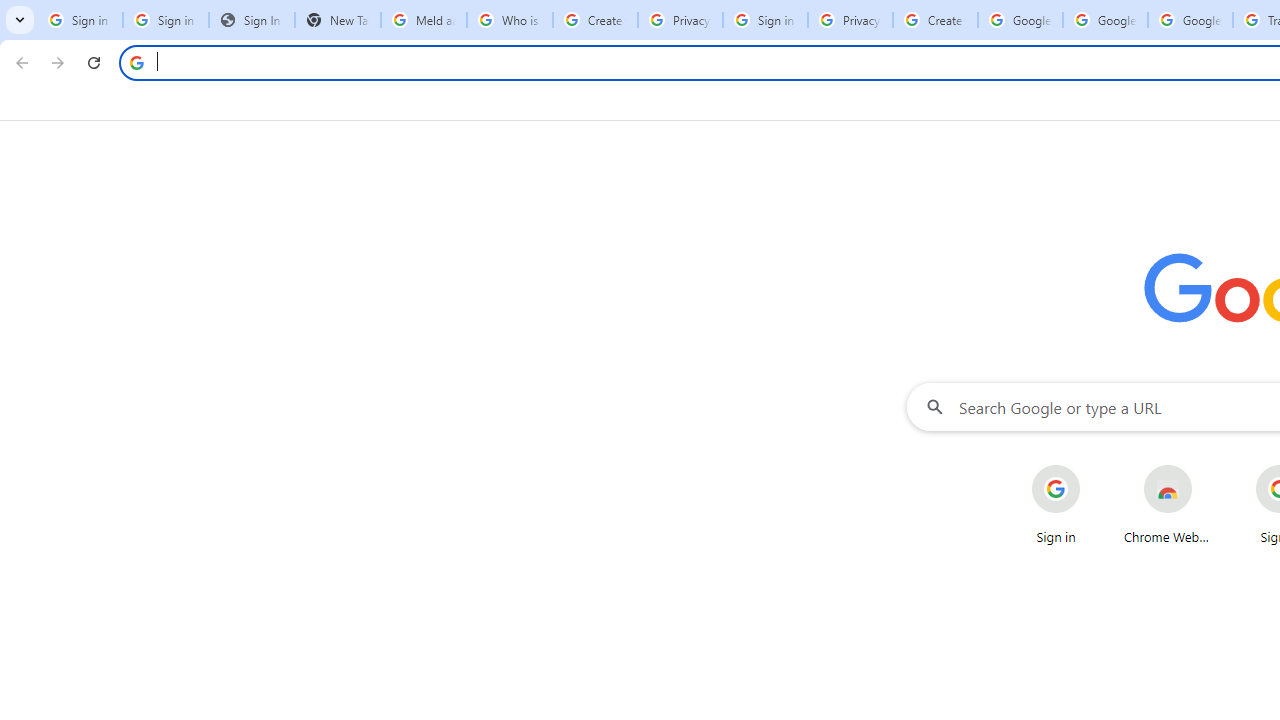  What do you see at coordinates (251, 20) in the screenshot?
I see `'Sign In - USA TODAY'` at bounding box center [251, 20].